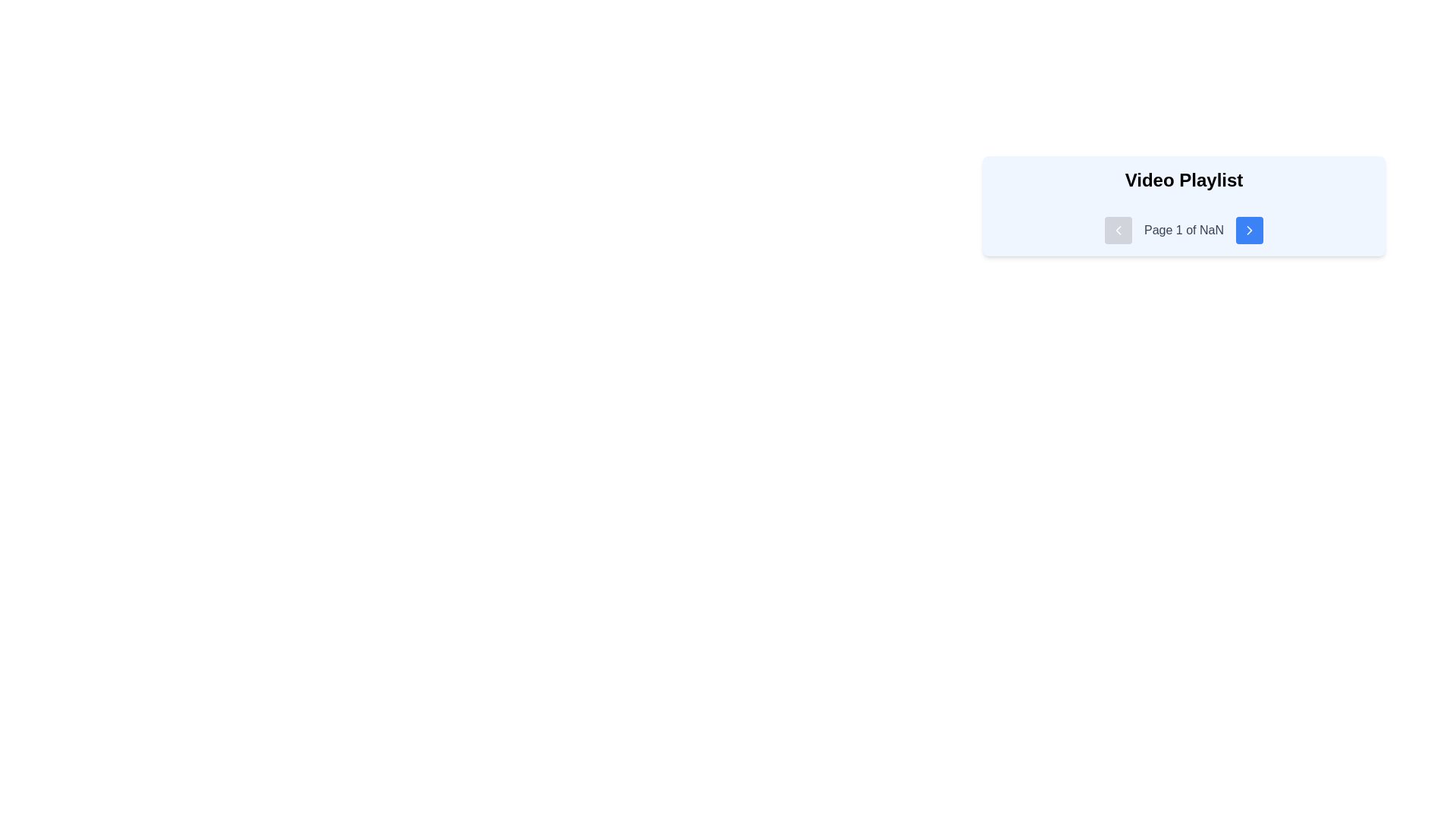  What do you see at coordinates (1249, 231) in the screenshot?
I see `the rightmost navigation button located in the navigation bar below the title 'Video Playlist'` at bounding box center [1249, 231].